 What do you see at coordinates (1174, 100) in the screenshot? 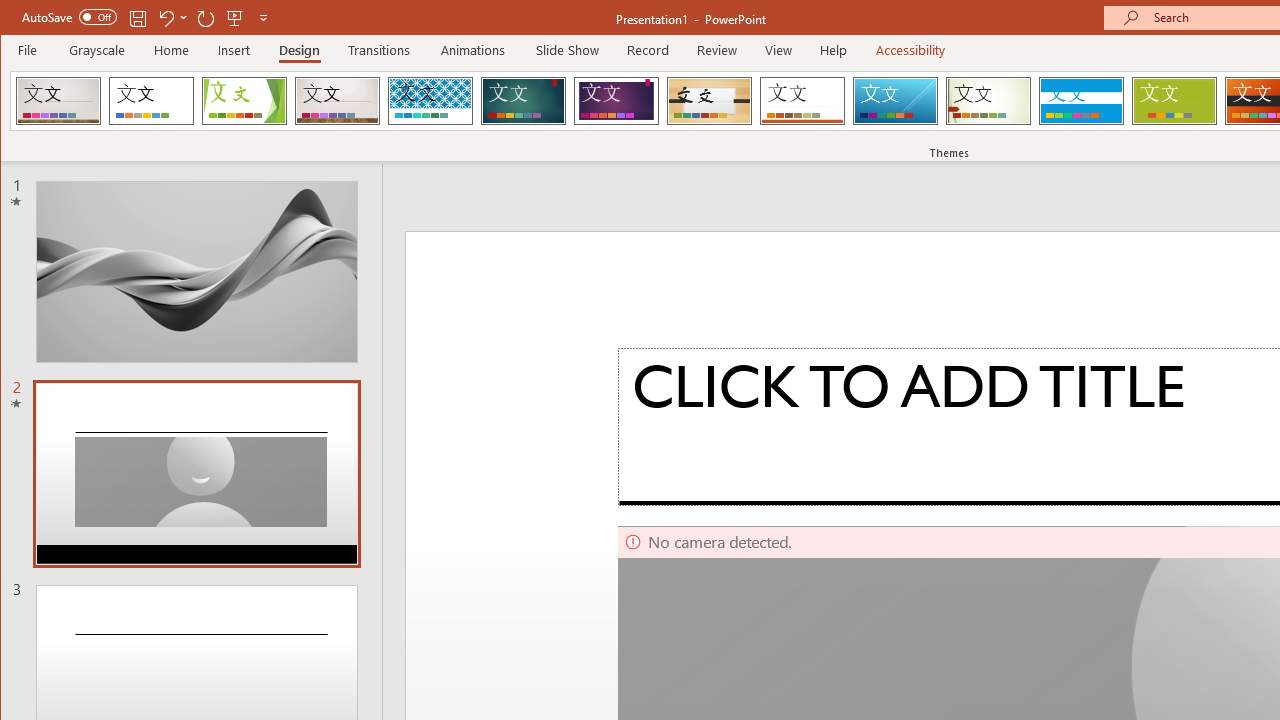
I see `'Basis'` at bounding box center [1174, 100].